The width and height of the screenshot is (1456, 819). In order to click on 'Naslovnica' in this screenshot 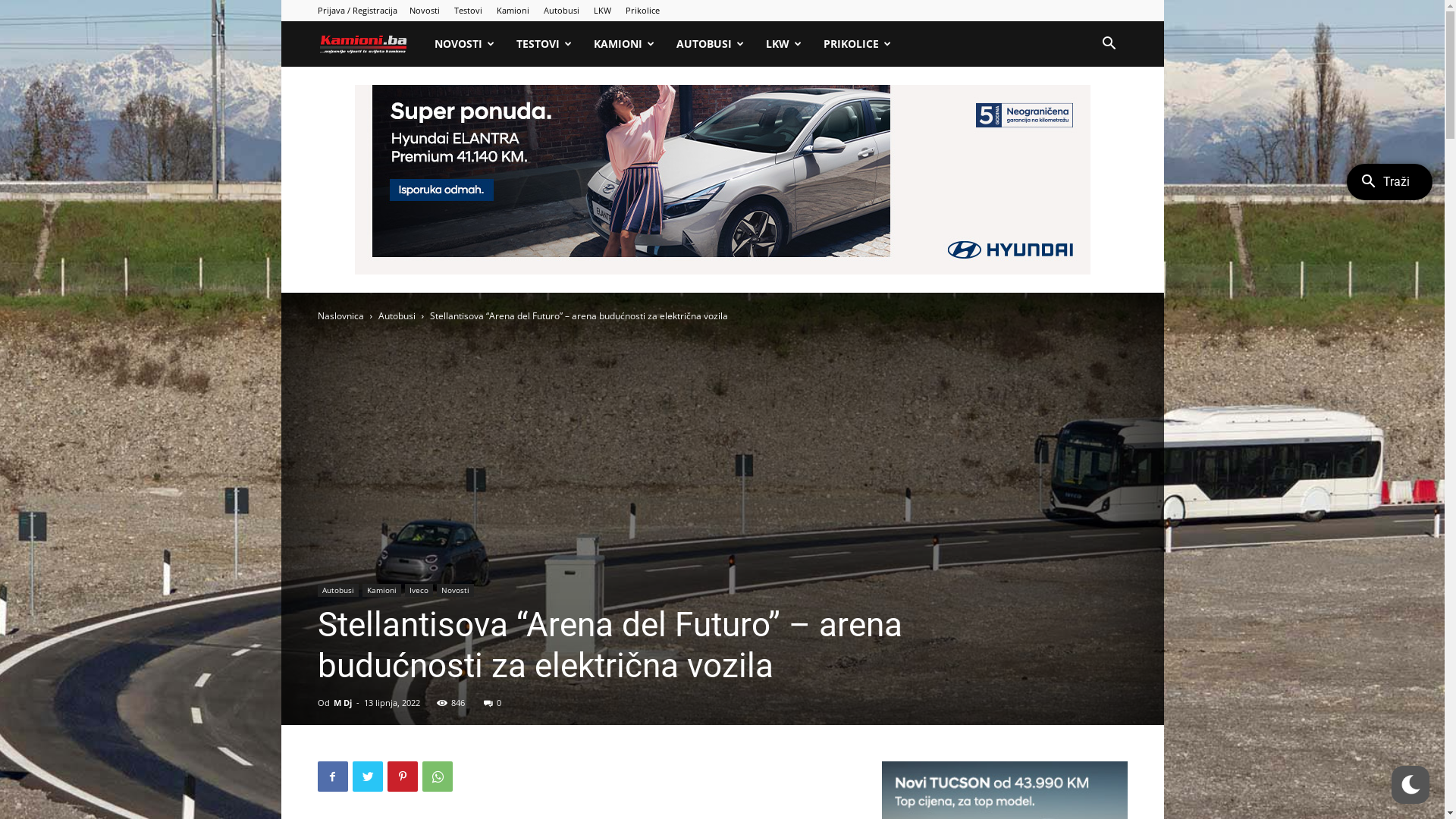, I will do `click(315, 315)`.